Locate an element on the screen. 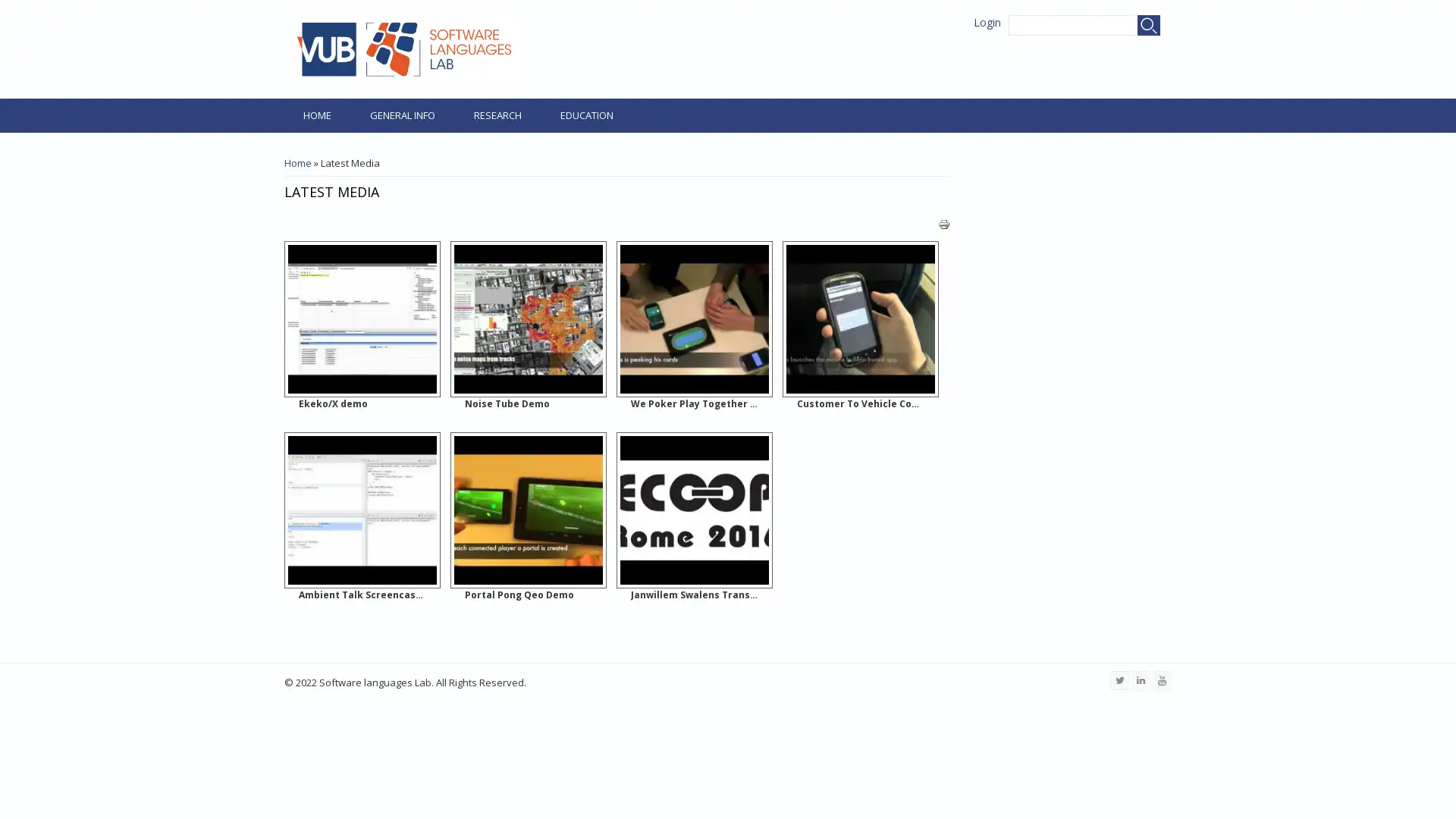 The image size is (1456, 819). Search is located at coordinates (1149, 25).